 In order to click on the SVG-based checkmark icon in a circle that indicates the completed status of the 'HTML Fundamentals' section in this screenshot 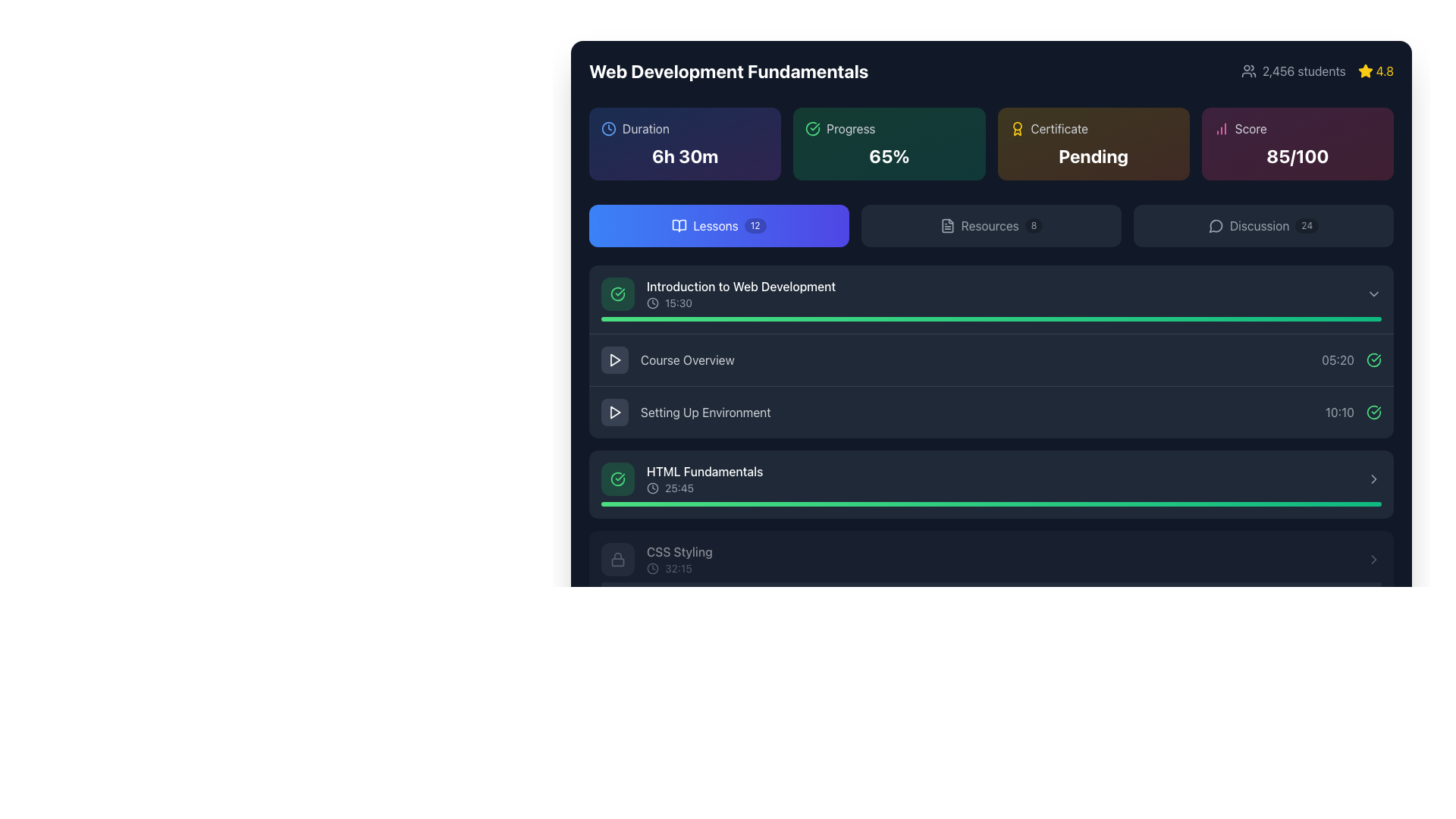, I will do `click(618, 479)`.